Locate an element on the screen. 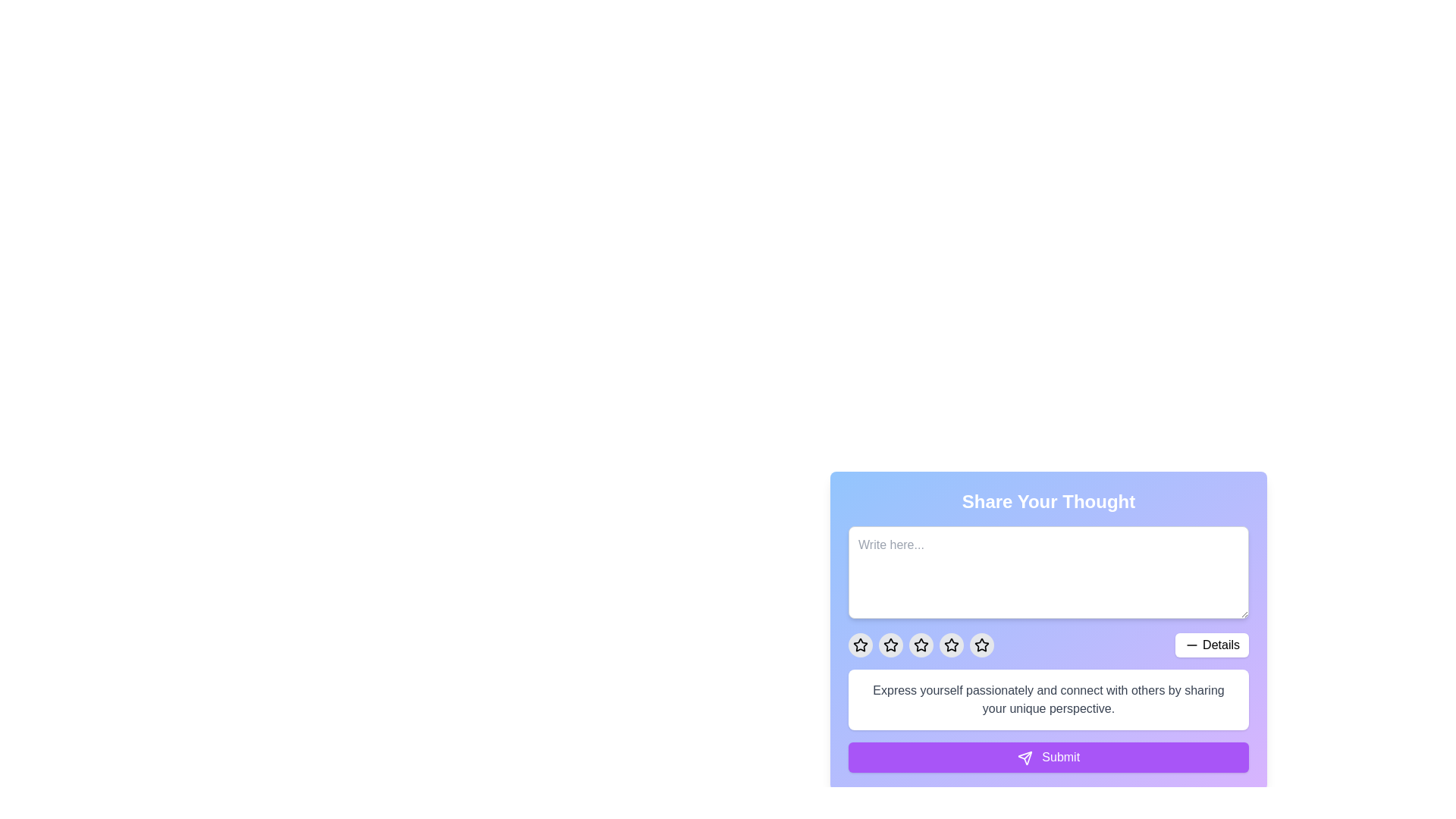 The image size is (1456, 819). the first star-shaped rating widget is located at coordinates (859, 644).